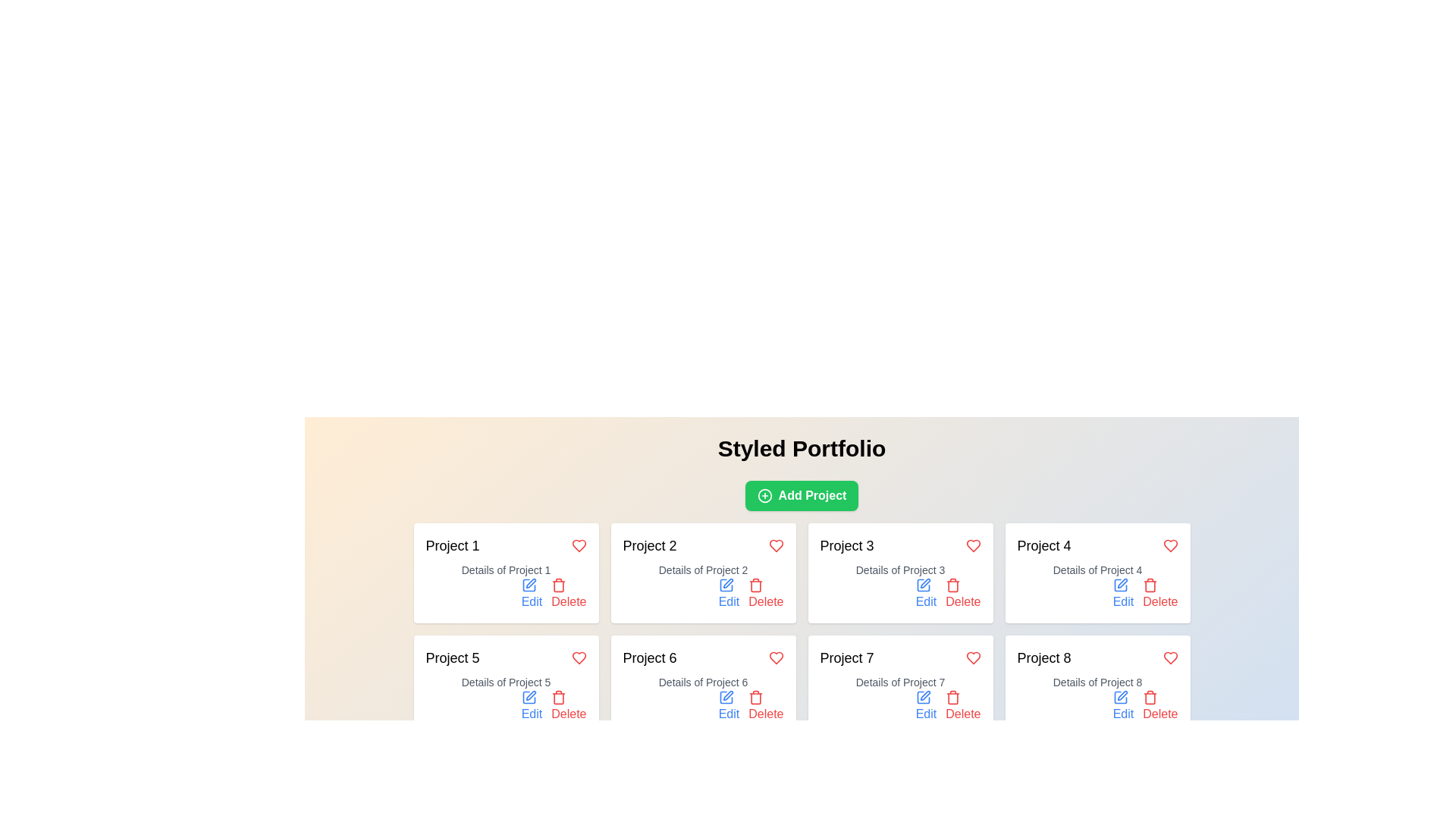  Describe the element at coordinates (1043, 546) in the screenshot. I see `the Text label displaying 'Project 4' located at the top-left corner of the fourth card in the grid layout` at that location.